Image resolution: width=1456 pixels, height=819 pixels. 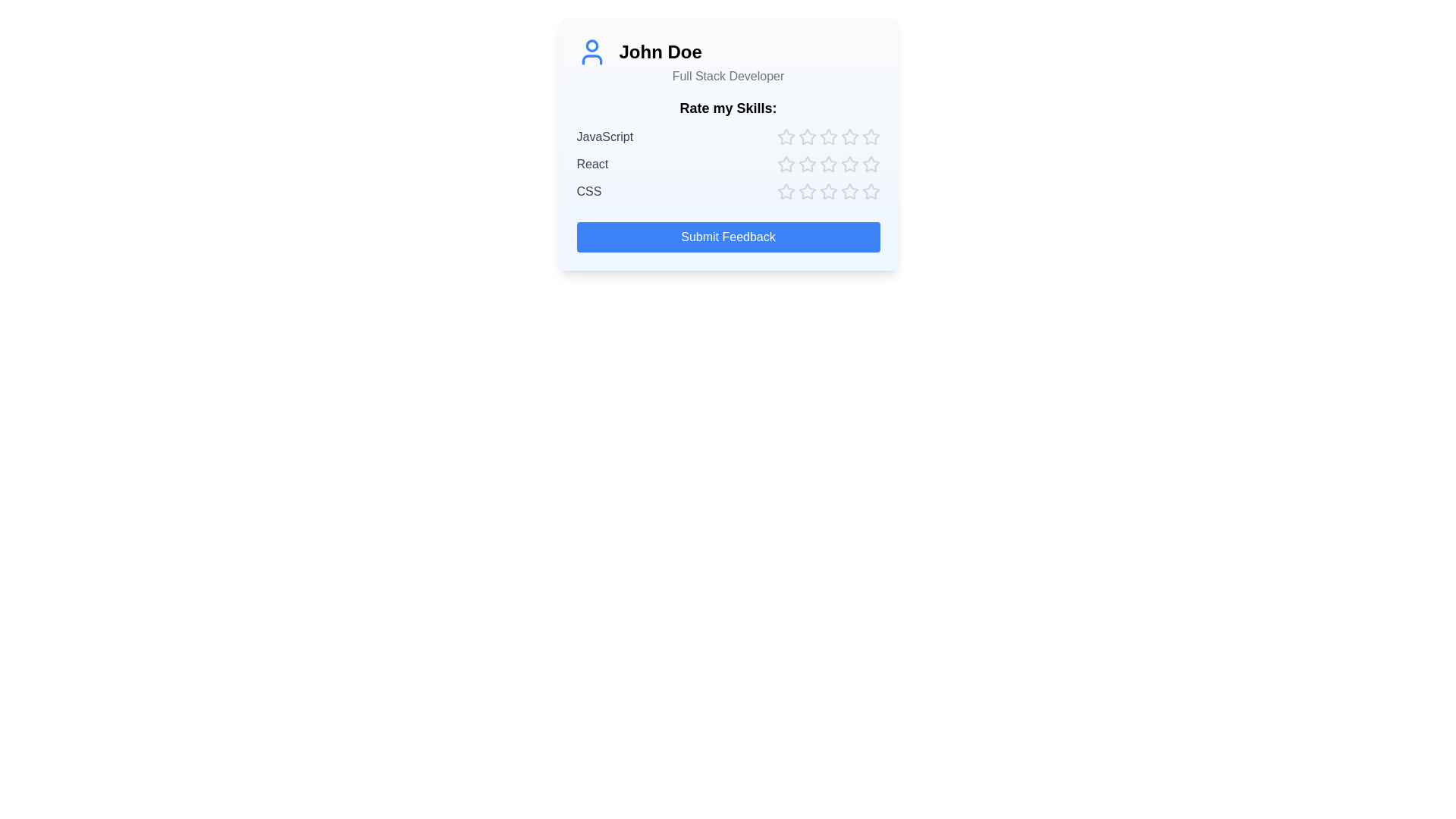 What do you see at coordinates (728, 237) in the screenshot?
I see `the 'Submit Feedback' button` at bounding box center [728, 237].